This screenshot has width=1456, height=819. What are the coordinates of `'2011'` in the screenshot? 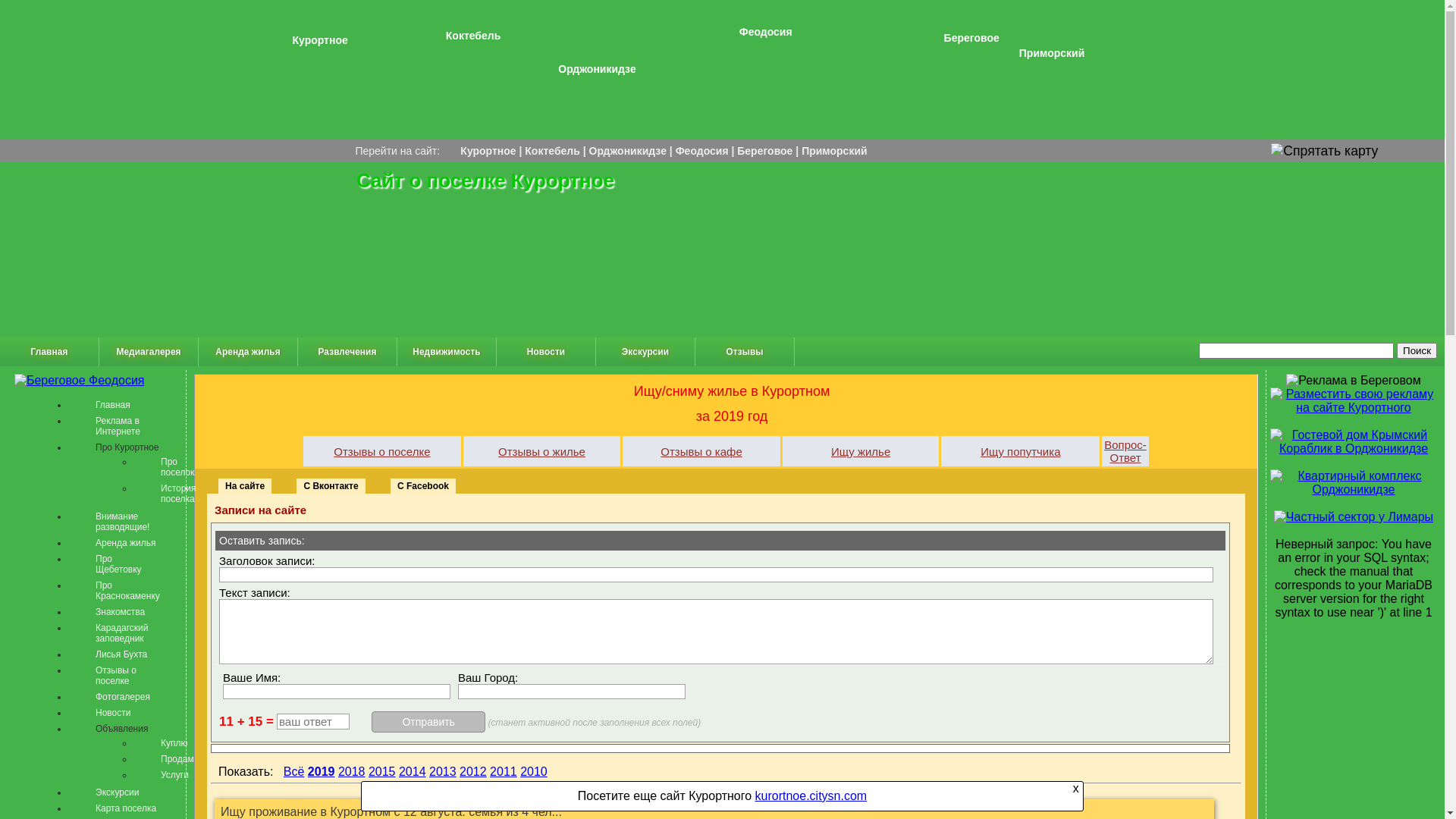 It's located at (503, 771).